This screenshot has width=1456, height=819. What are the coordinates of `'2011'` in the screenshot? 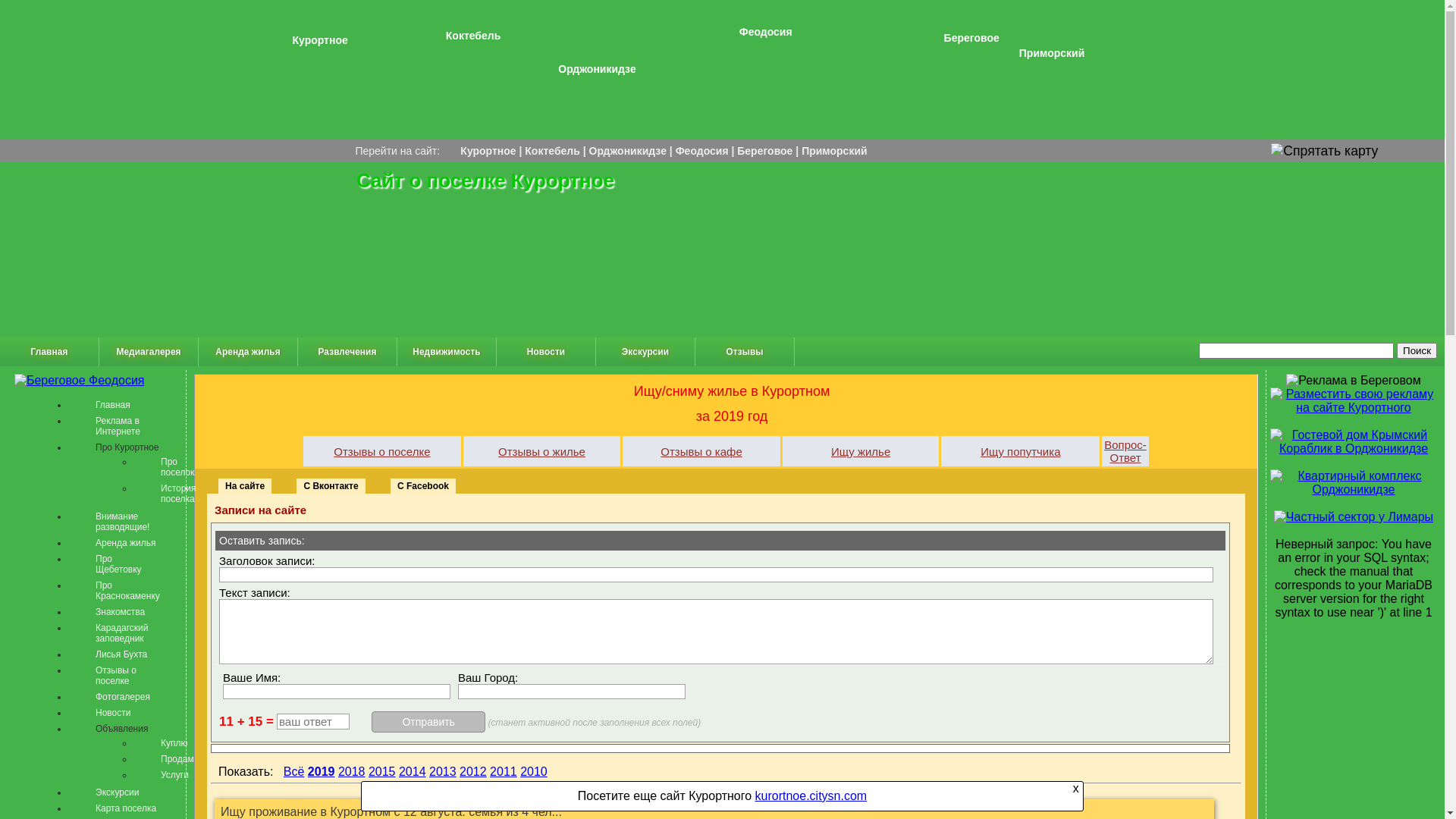 It's located at (503, 771).